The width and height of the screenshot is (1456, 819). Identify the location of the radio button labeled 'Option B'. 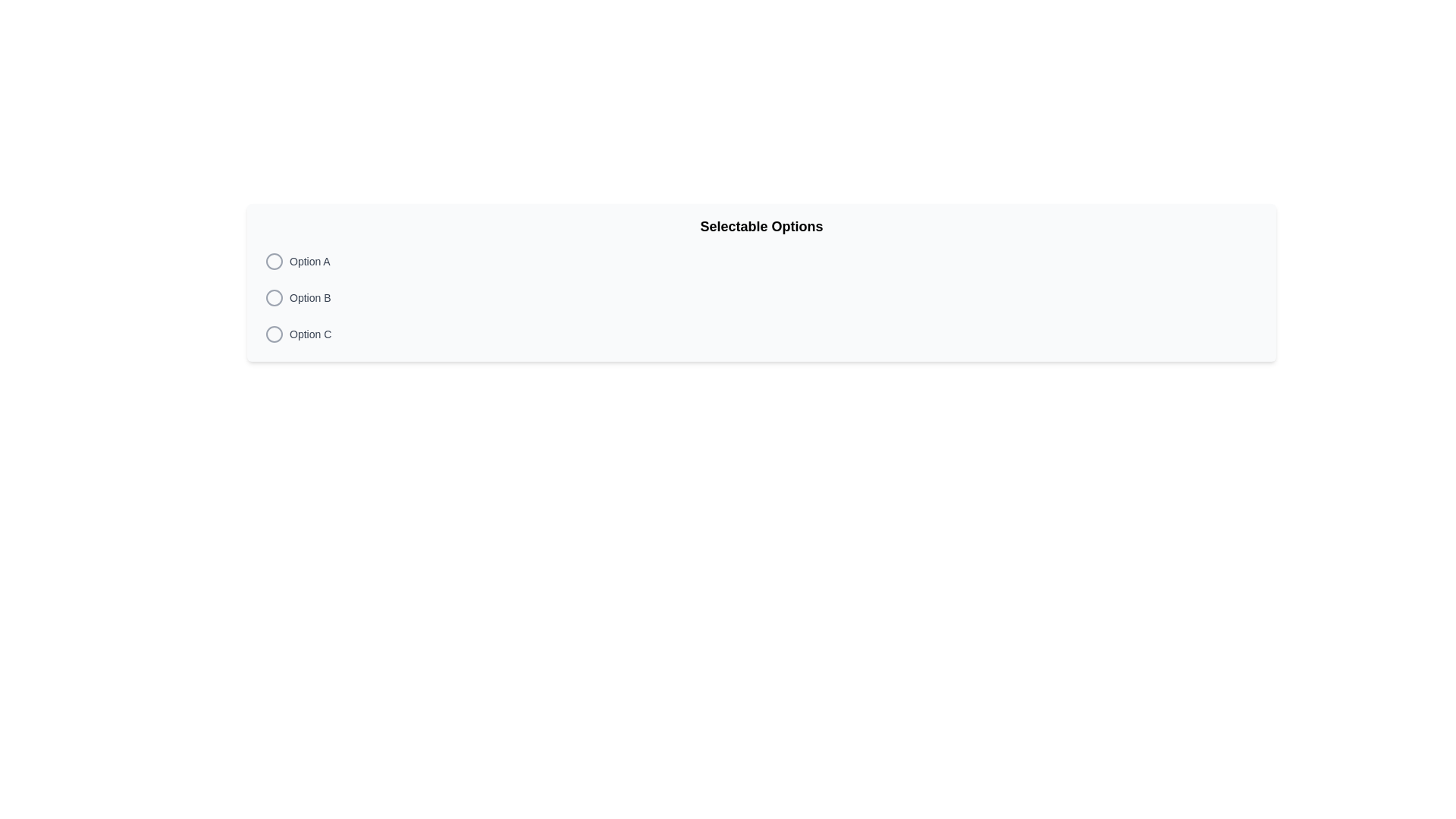
(274, 298).